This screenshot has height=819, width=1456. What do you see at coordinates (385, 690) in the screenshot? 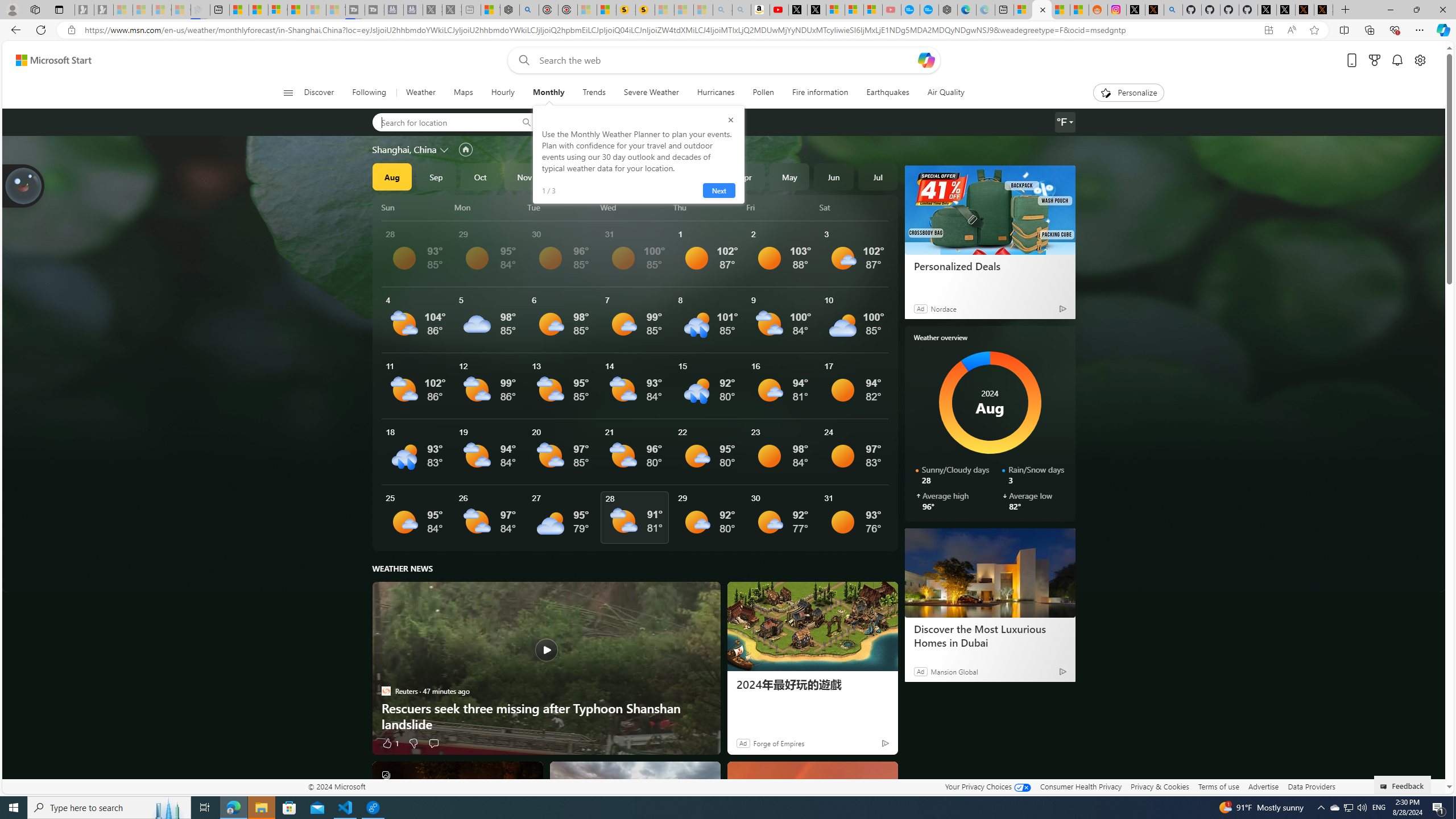
I see `'Reuters'` at bounding box center [385, 690].